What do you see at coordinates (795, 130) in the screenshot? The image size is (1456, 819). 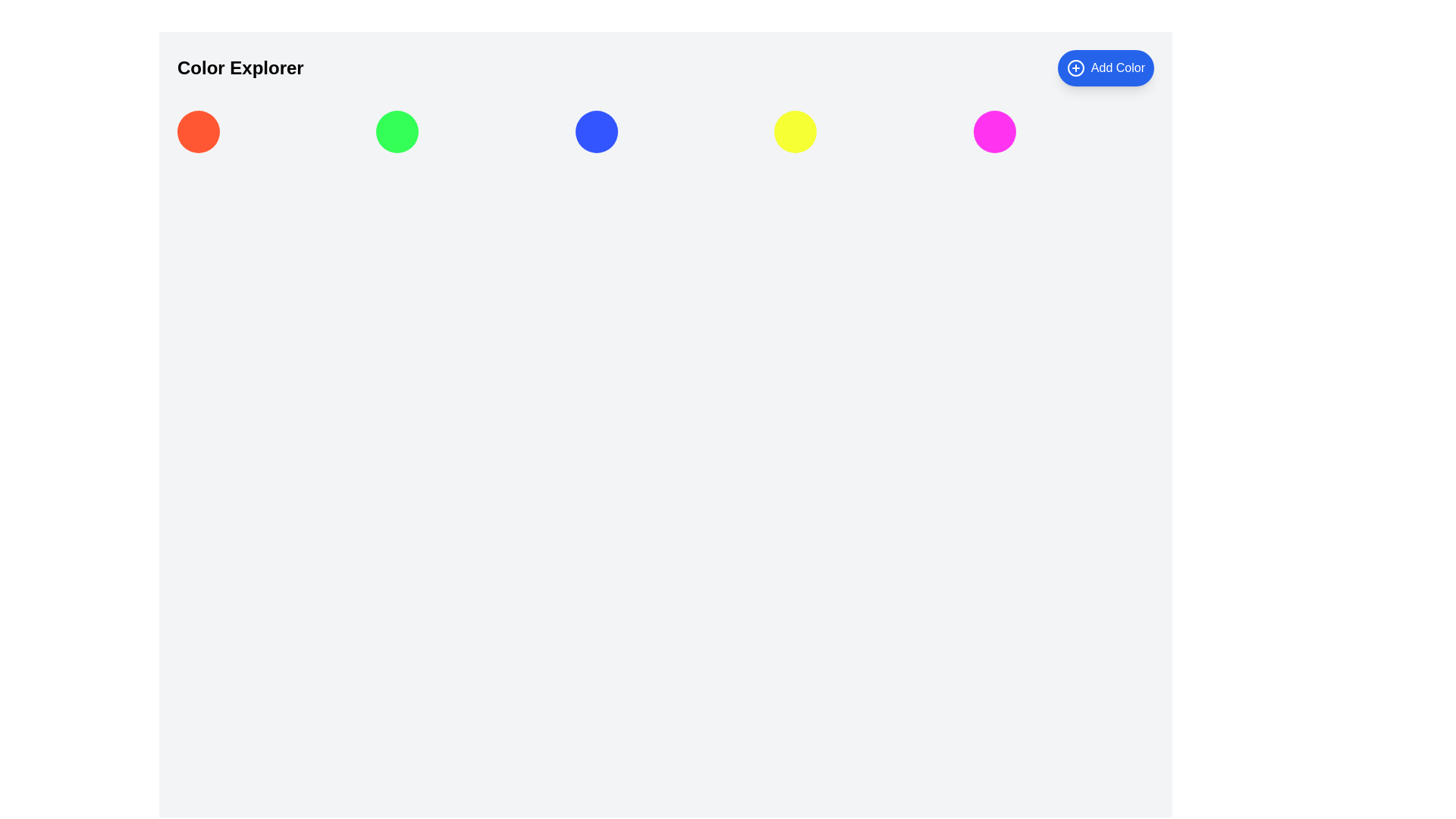 I see `the fourth circular color selection element` at bounding box center [795, 130].